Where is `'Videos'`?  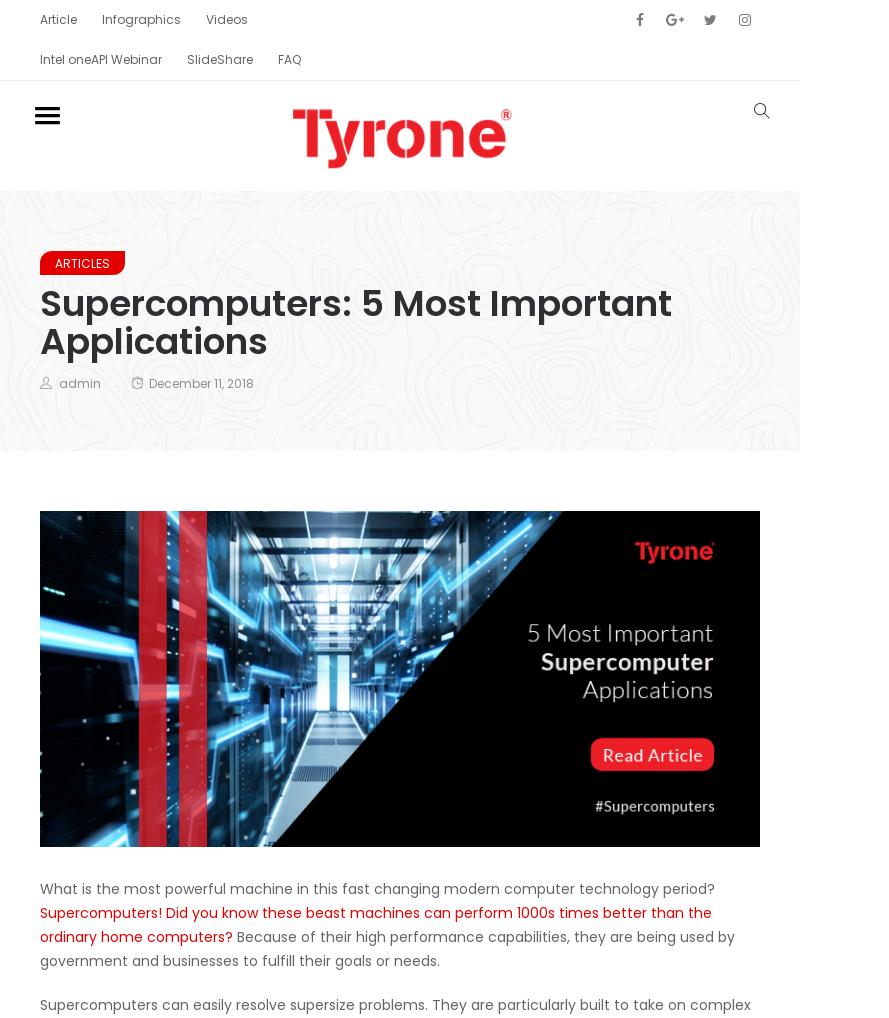
'Videos' is located at coordinates (225, 18).